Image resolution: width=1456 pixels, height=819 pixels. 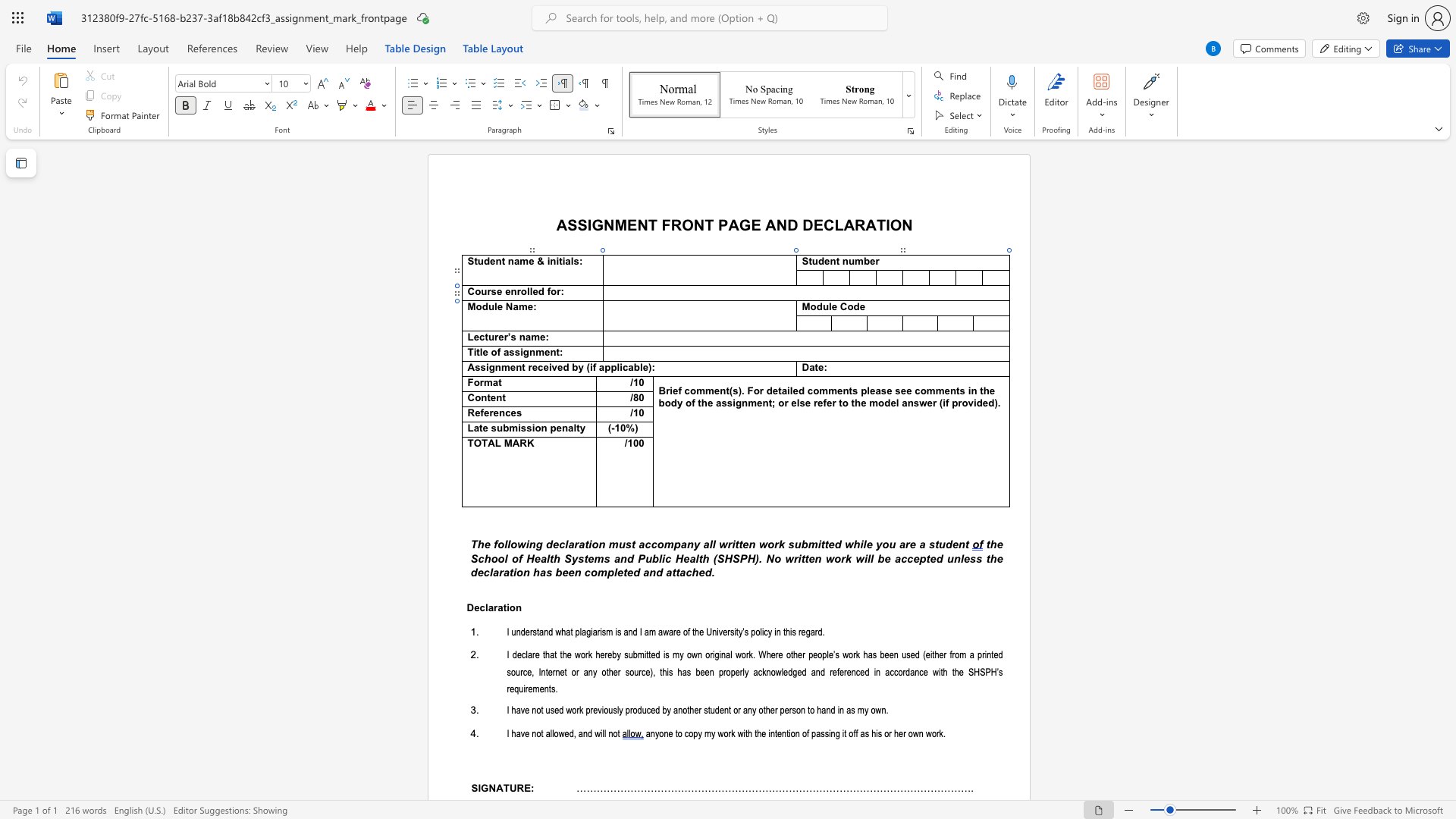 What do you see at coordinates (818, 307) in the screenshot?
I see `the 1th character "d" in the text` at bounding box center [818, 307].